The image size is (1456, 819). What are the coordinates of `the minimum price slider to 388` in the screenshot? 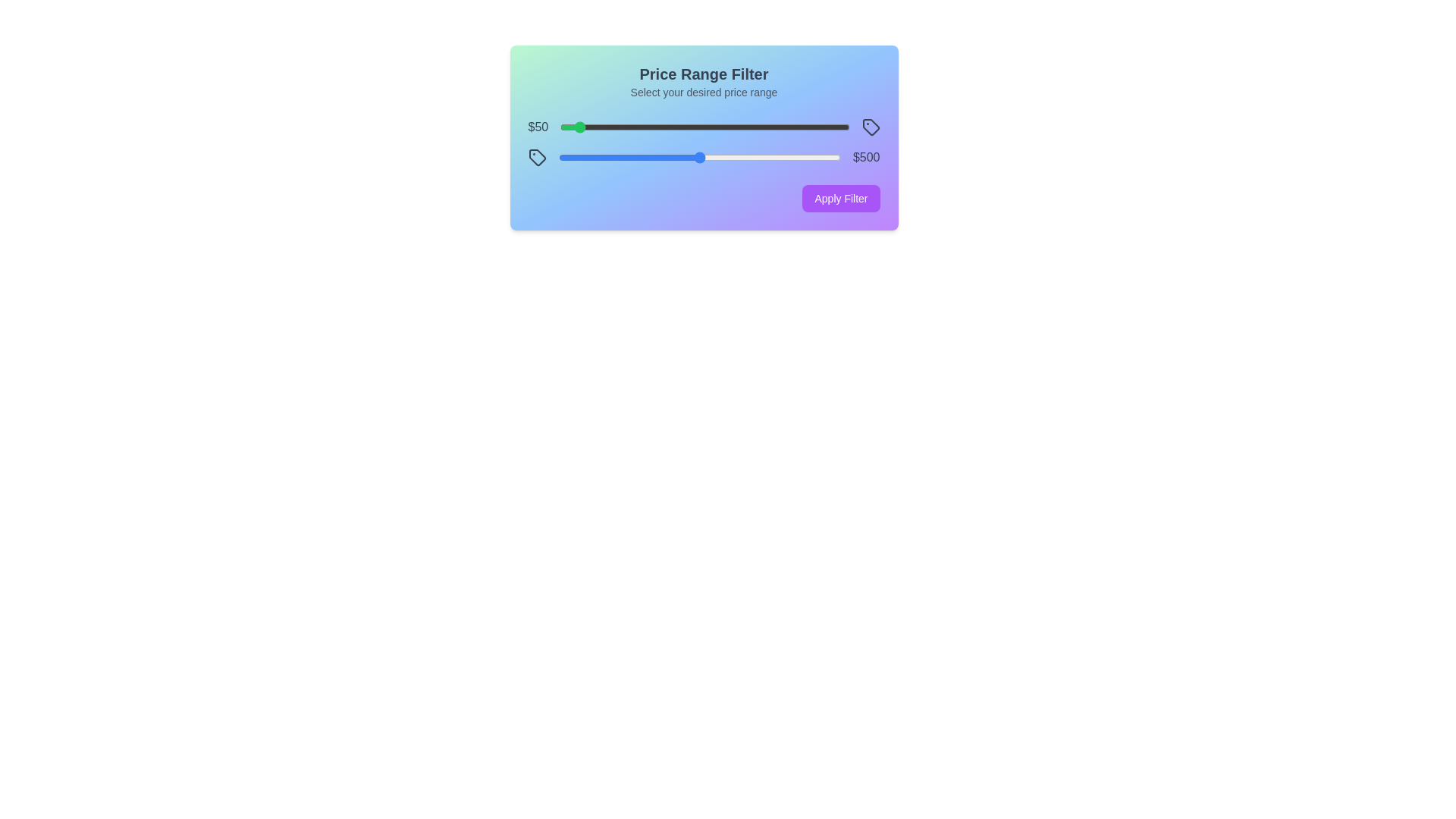 It's located at (672, 127).